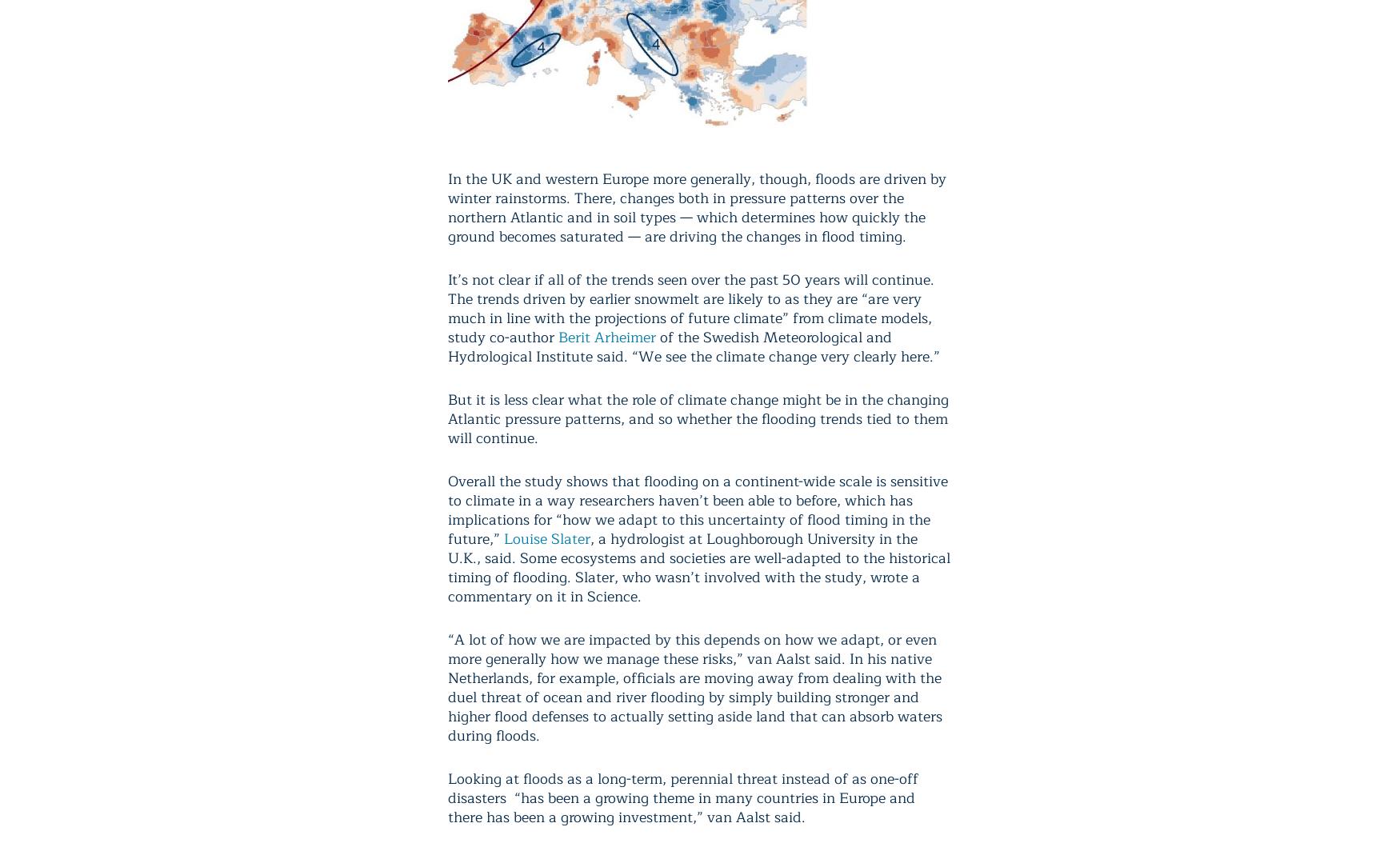  Describe the element at coordinates (447, 346) in the screenshot. I see `'of the Swedish Meteorological and Hydrological Institute said. “We see the climate change very clearly here.”'` at that location.